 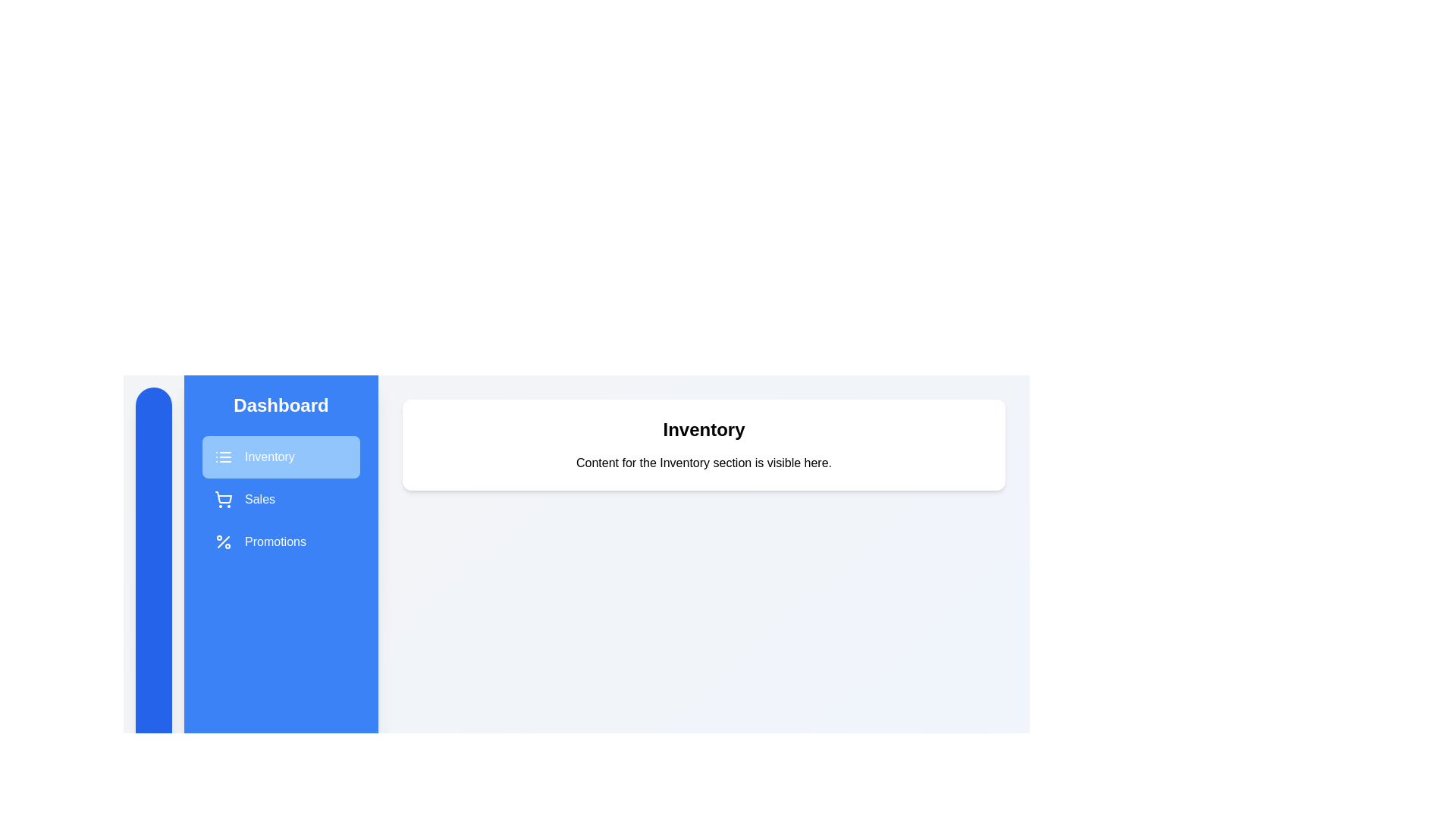 I want to click on the Inventory section in the sidebar menu, so click(x=281, y=456).